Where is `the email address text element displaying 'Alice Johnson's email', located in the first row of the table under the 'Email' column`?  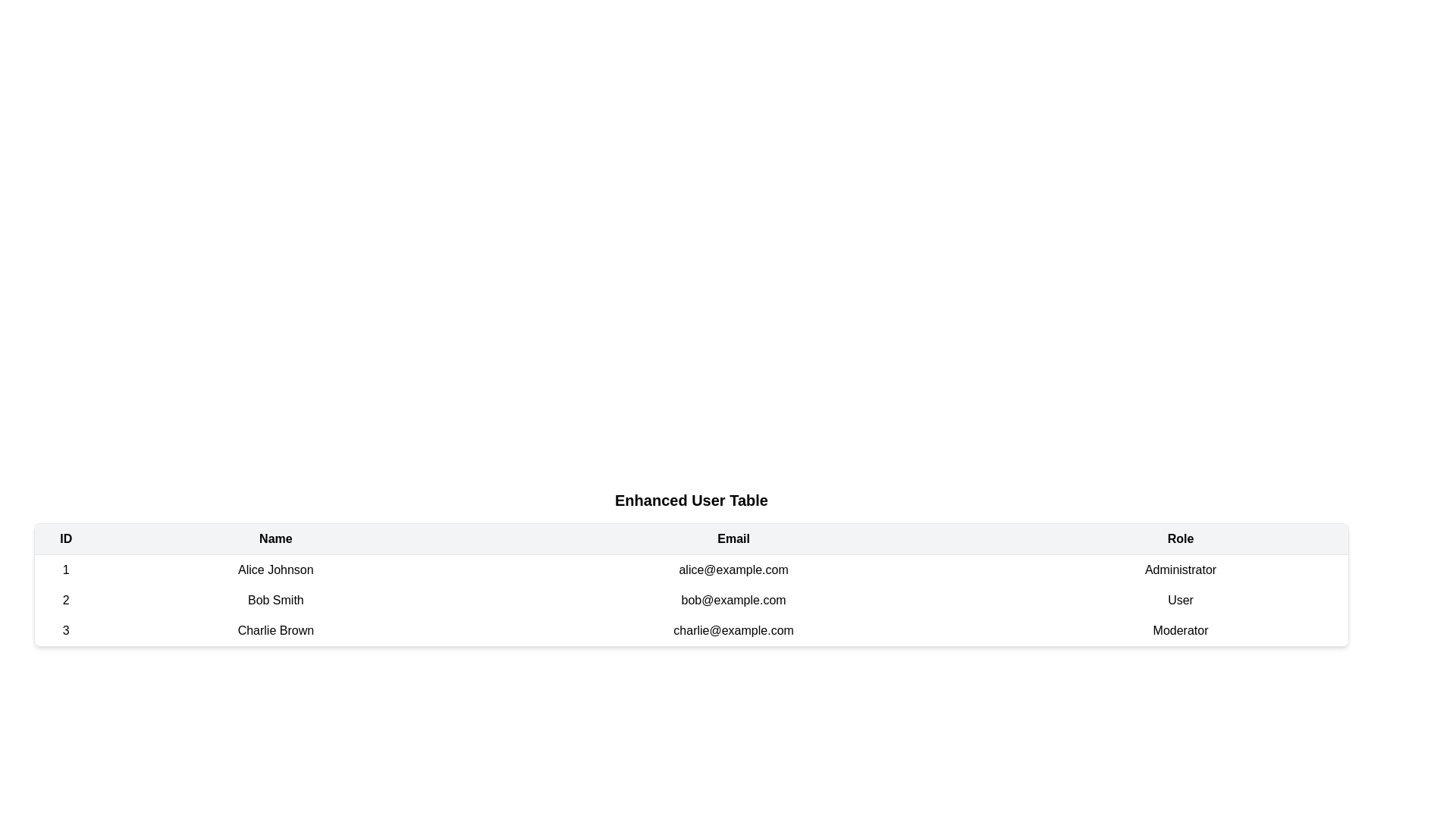
the email address text element displaying 'Alice Johnson's email', located in the first row of the table under the 'Email' column is located at coordinates (733, 570).